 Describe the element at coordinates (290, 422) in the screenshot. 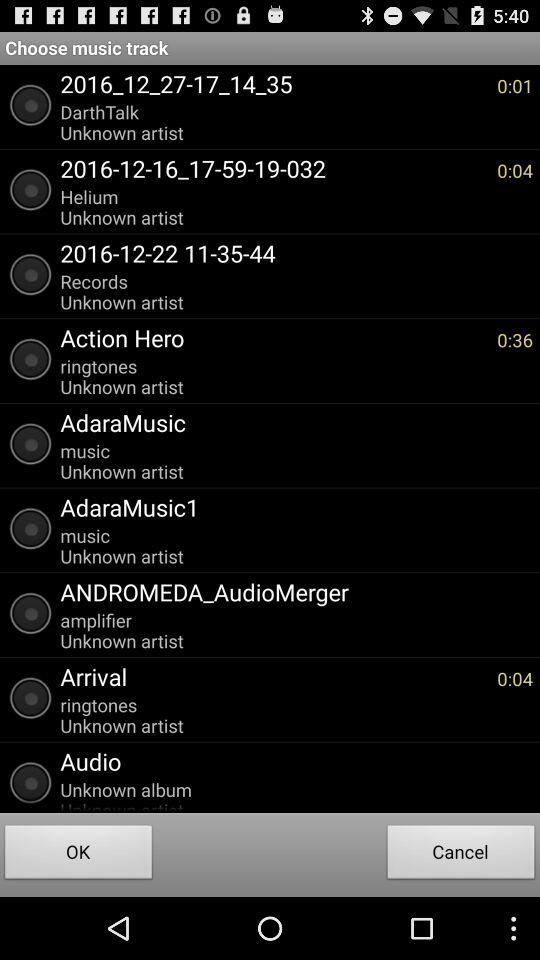

I see `the app below ringtones` at that location.